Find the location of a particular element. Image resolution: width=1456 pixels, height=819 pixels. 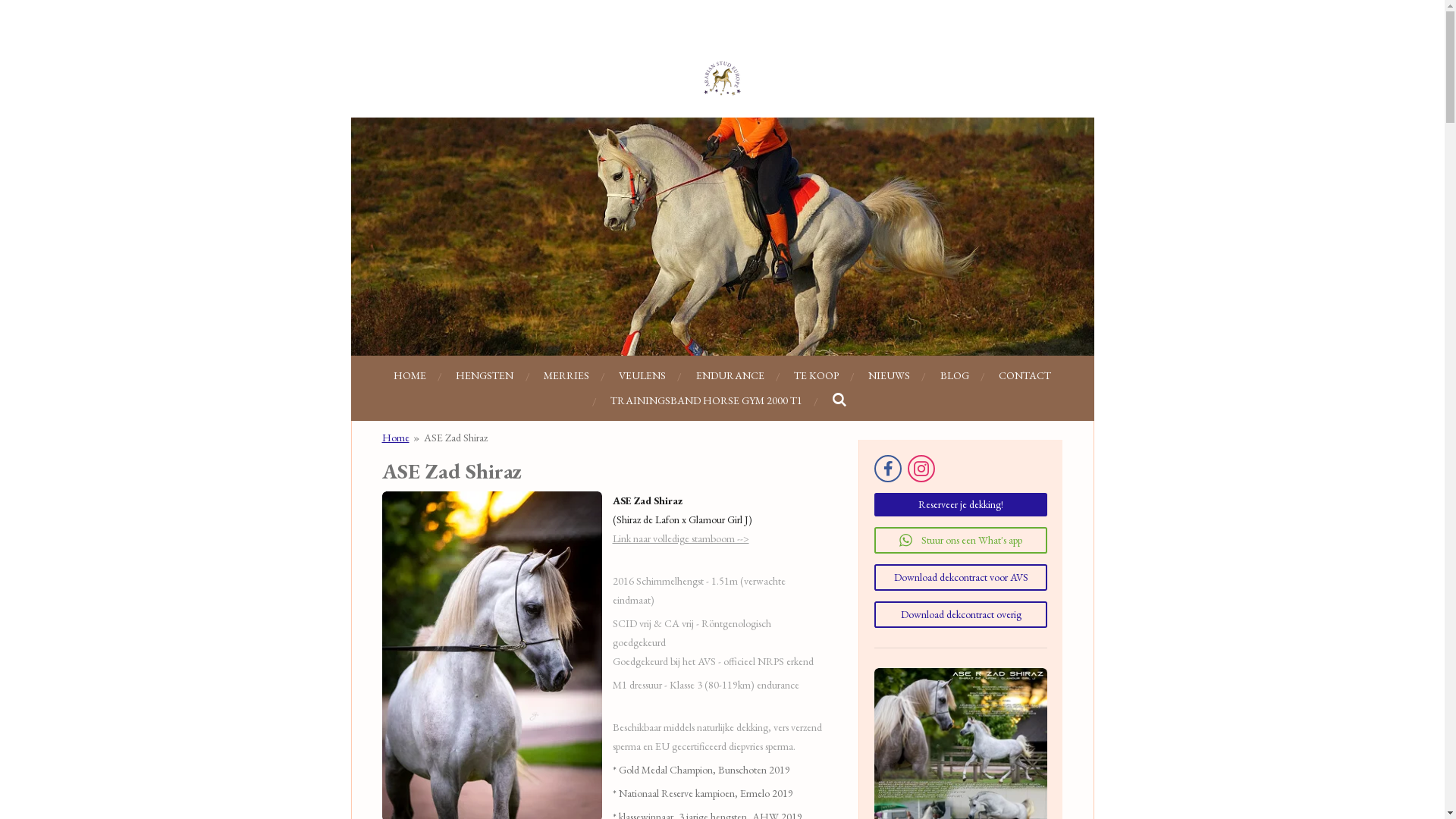

'VEULENS' is located at coordinates (642, 375).